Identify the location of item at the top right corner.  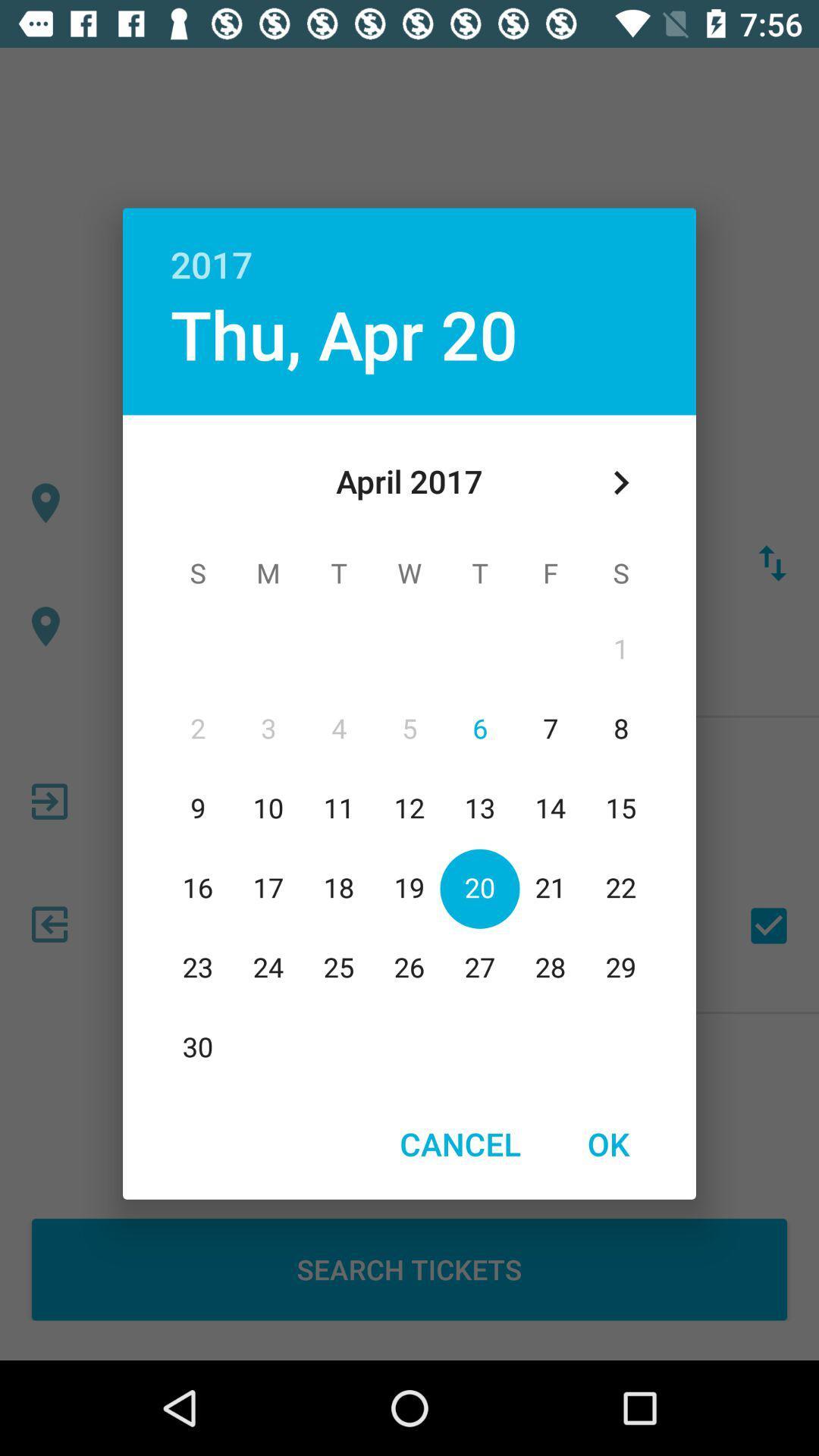
(620, 482).